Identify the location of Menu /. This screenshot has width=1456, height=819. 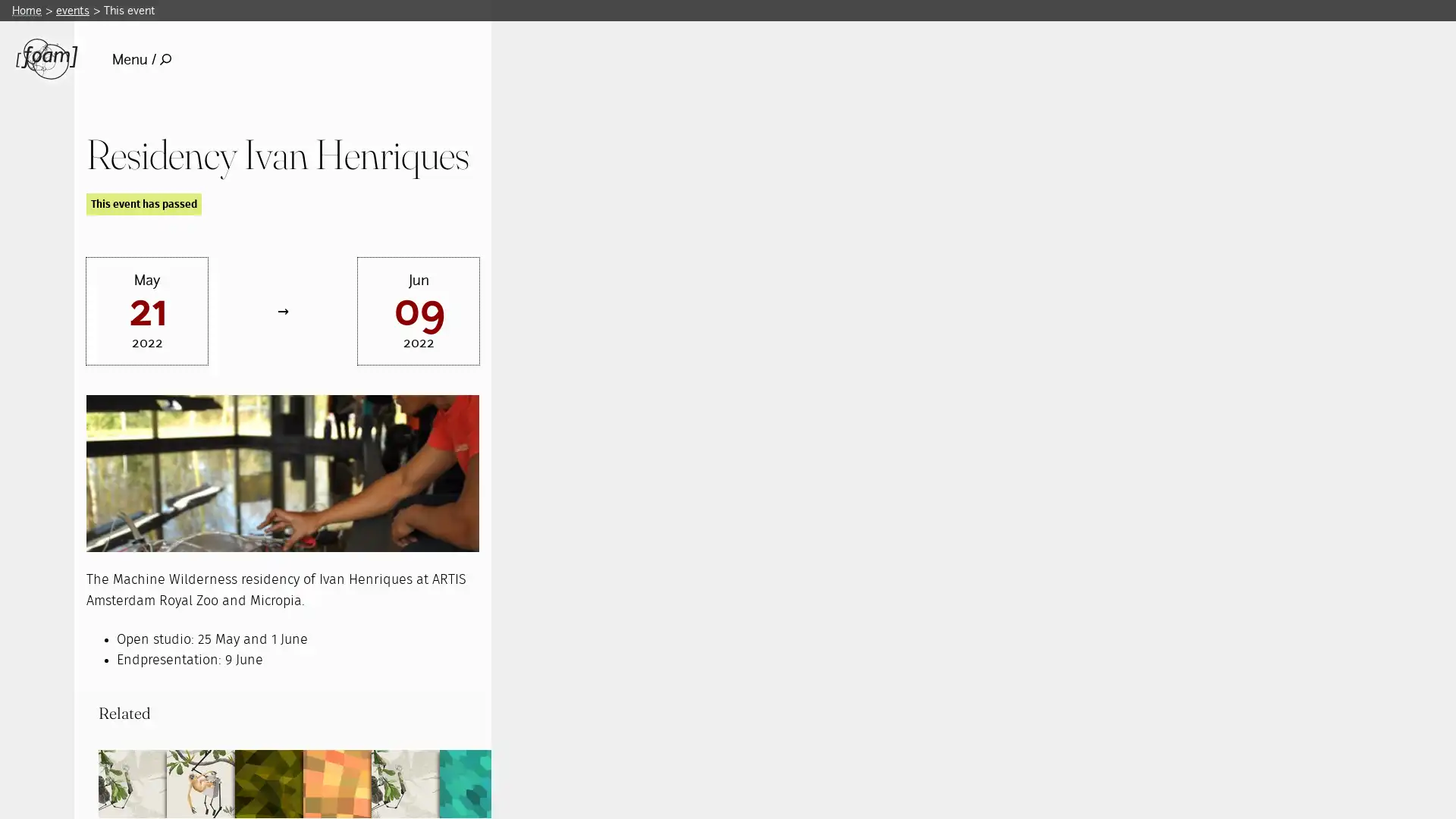
(141, 58).